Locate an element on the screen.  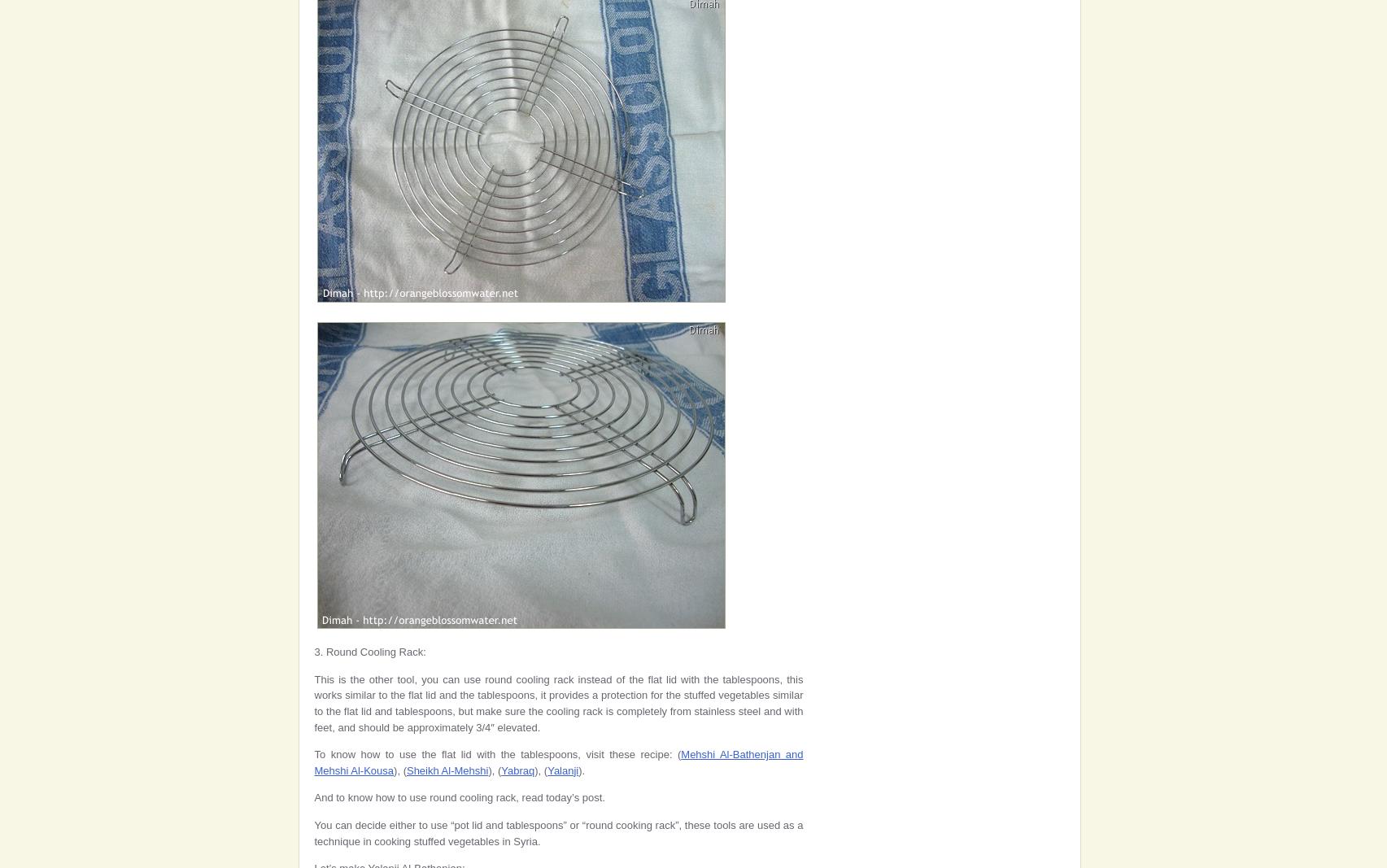
'You can decide either to use “pot lid and tablespoons” or “round cooking rack”, these tools are used as a technique in cooking stuffed vegetables in Syria.' is located at coordinates (313, 832).